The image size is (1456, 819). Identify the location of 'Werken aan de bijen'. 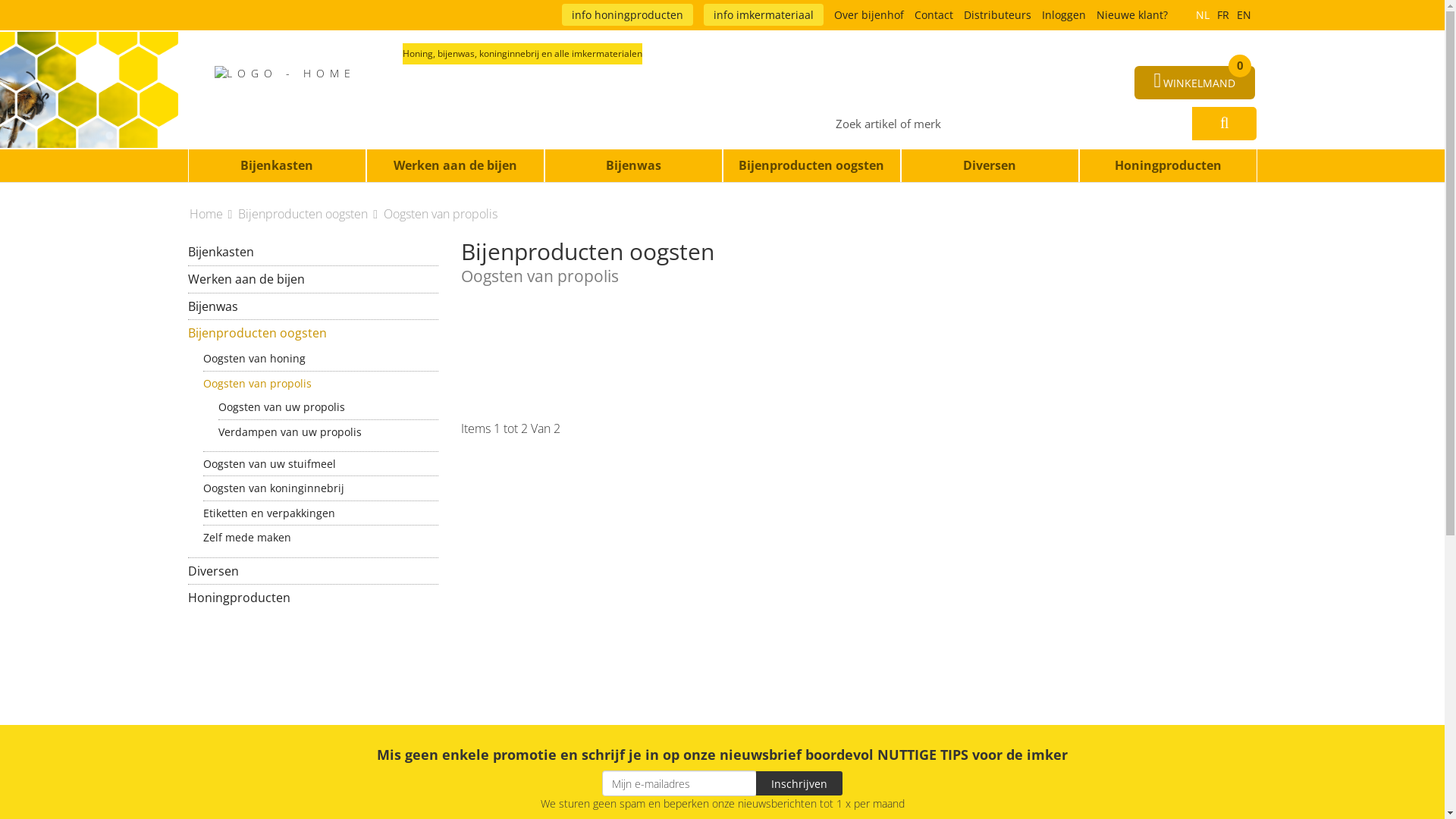
(312, 279).